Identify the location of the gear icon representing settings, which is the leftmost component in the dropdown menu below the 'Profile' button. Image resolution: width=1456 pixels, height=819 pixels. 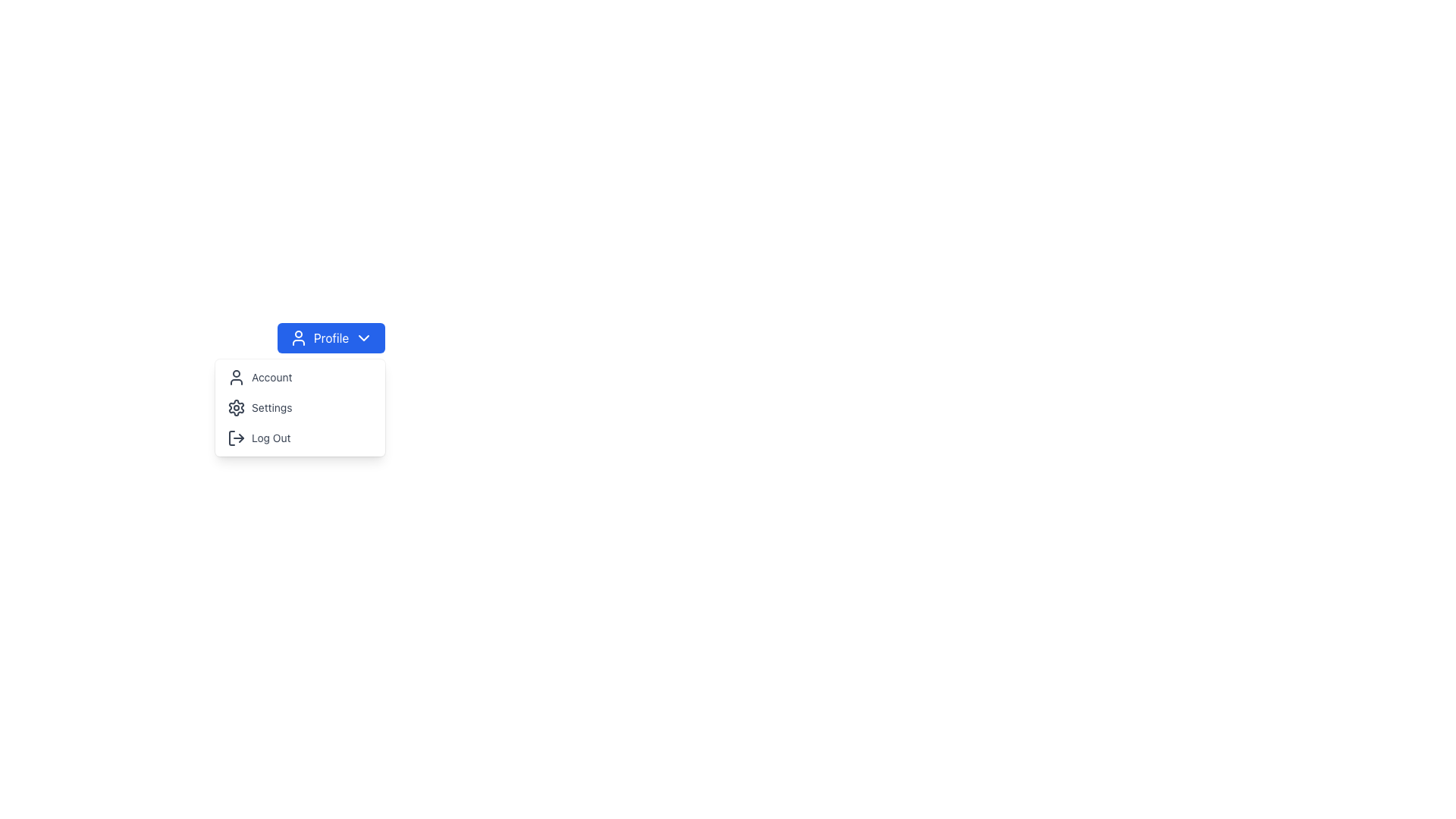
(236, 406).